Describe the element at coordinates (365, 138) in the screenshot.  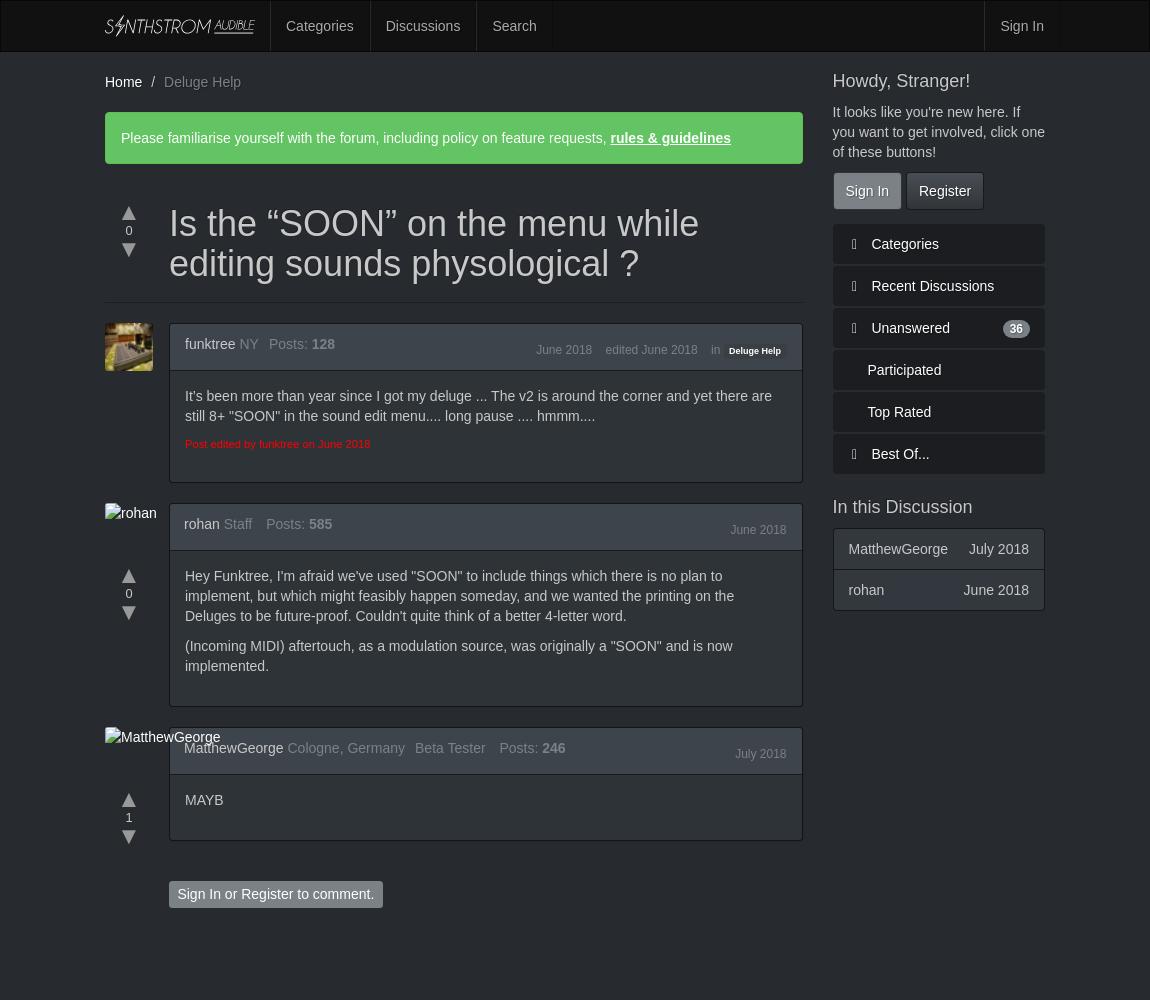
I see `'Please familiarise yourself with the forum, including policy on feature requests,'` at that location.